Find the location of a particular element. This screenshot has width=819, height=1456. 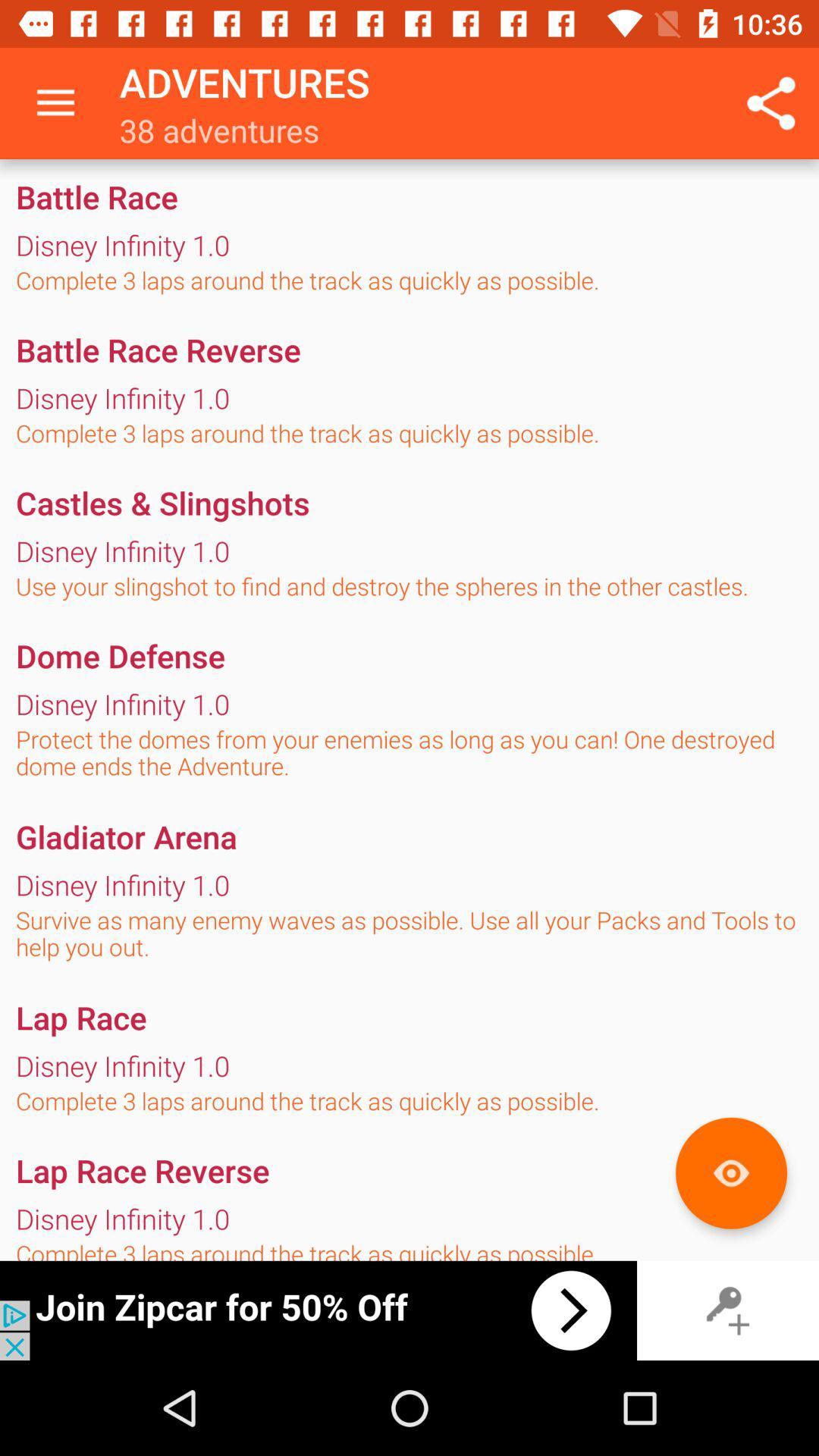

the visibility icon is located at coordinates (730, 1172).